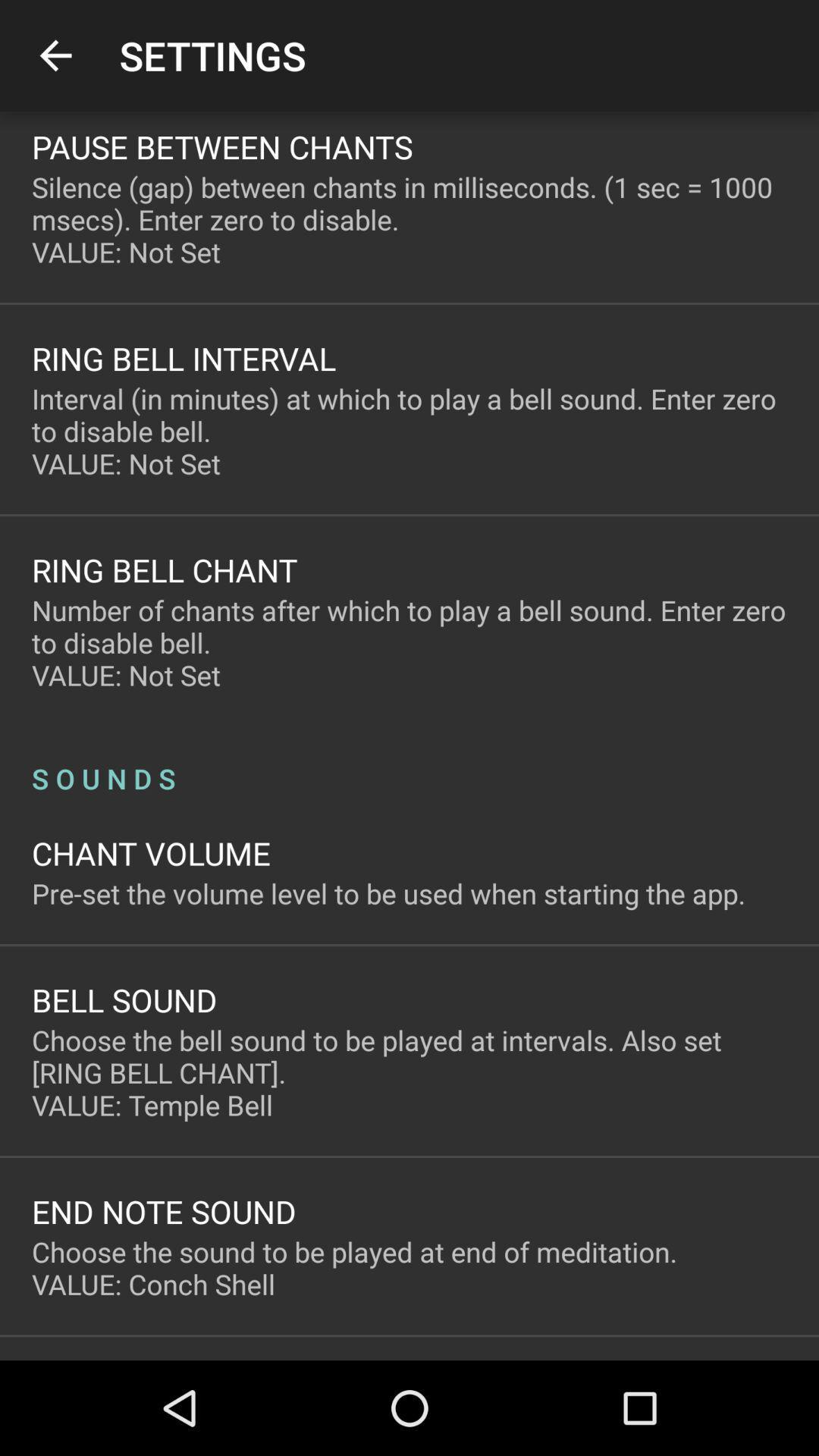  I want to click on the number of chants, so click(409, 642).